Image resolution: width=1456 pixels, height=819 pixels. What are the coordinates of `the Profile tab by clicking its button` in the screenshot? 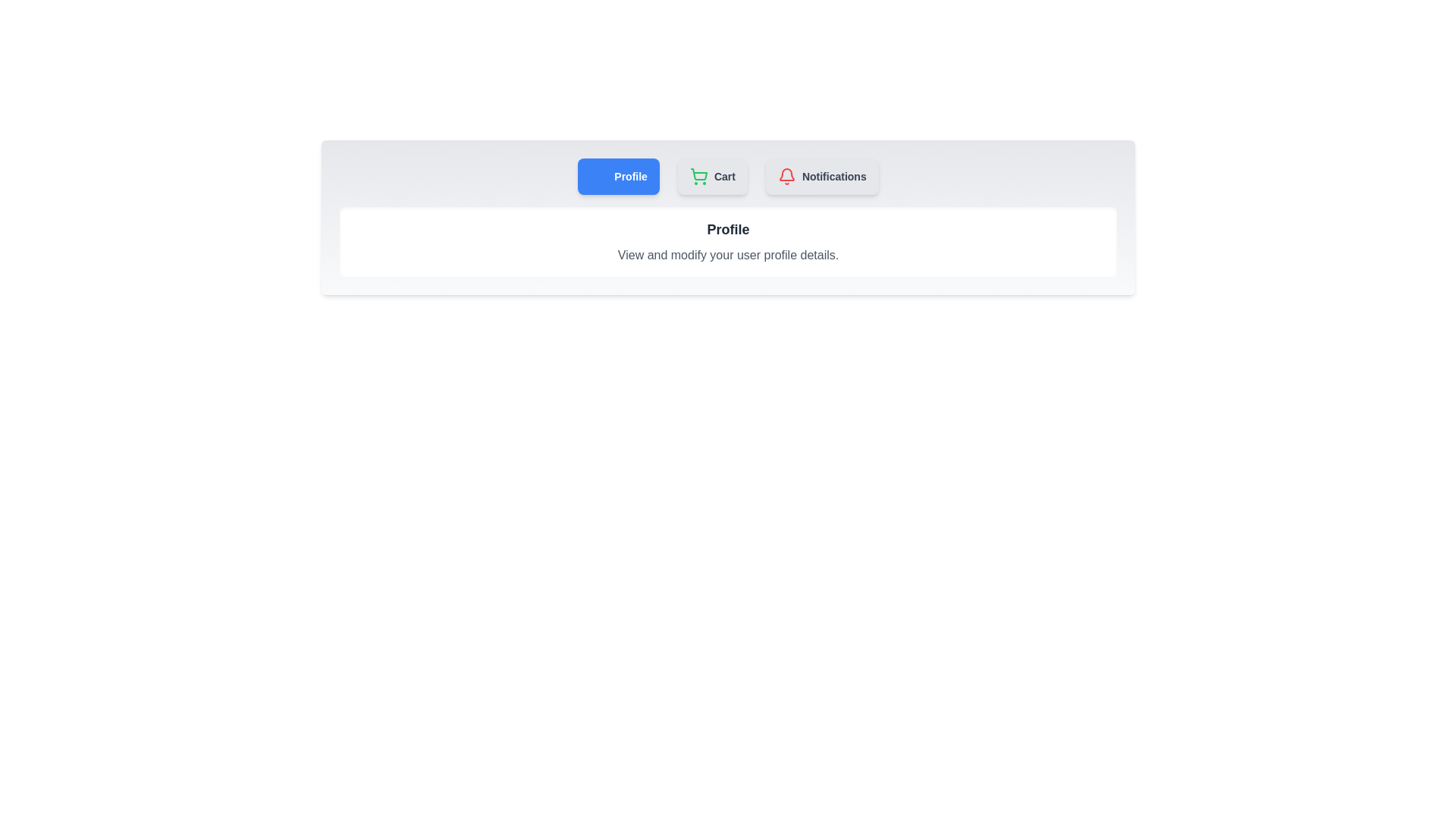 It's located at (619, 175).